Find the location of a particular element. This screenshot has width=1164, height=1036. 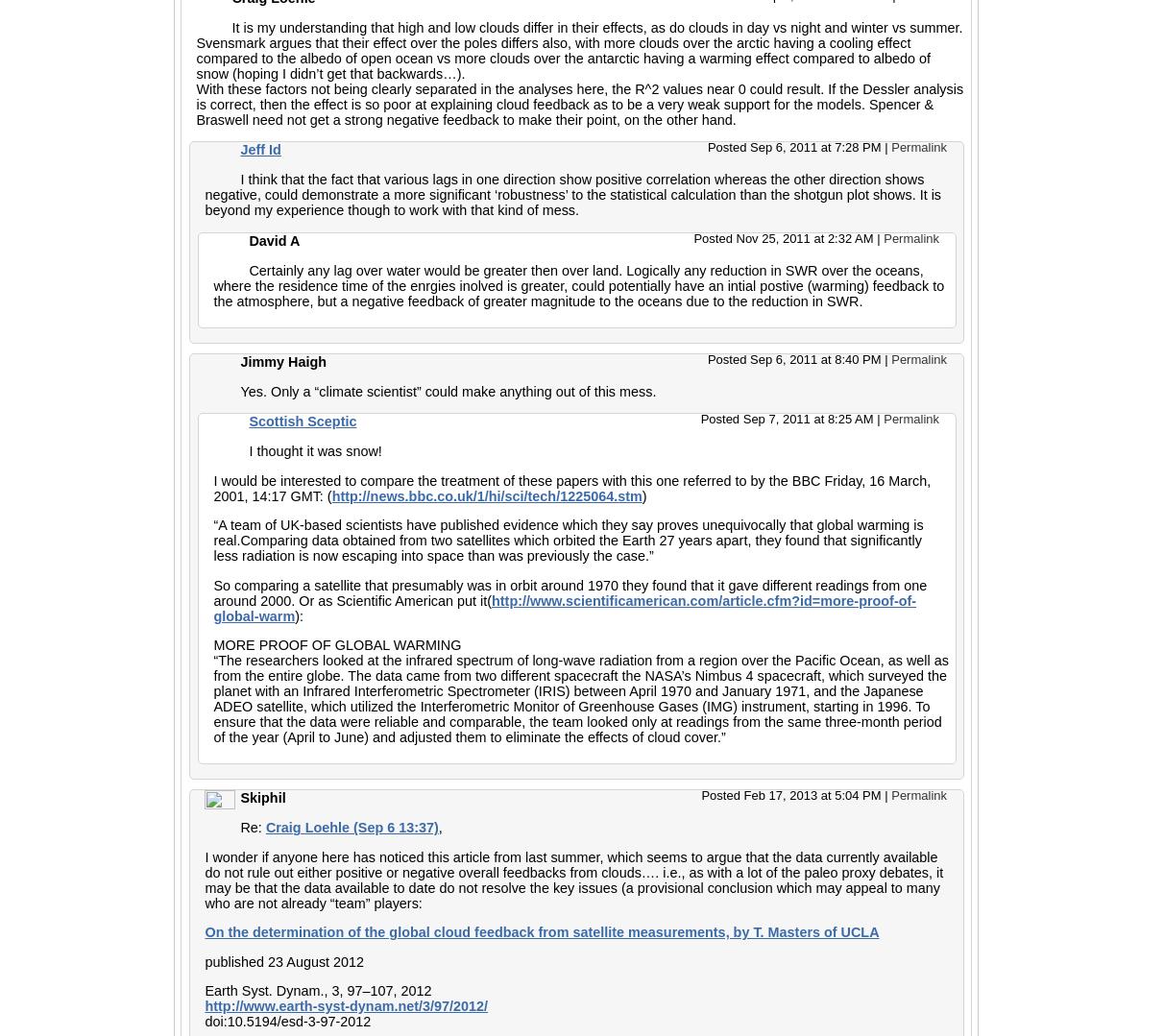

'http://www.earth-syst-dynam.net/3/97/2012/' is located at coordinates (345, 1003).